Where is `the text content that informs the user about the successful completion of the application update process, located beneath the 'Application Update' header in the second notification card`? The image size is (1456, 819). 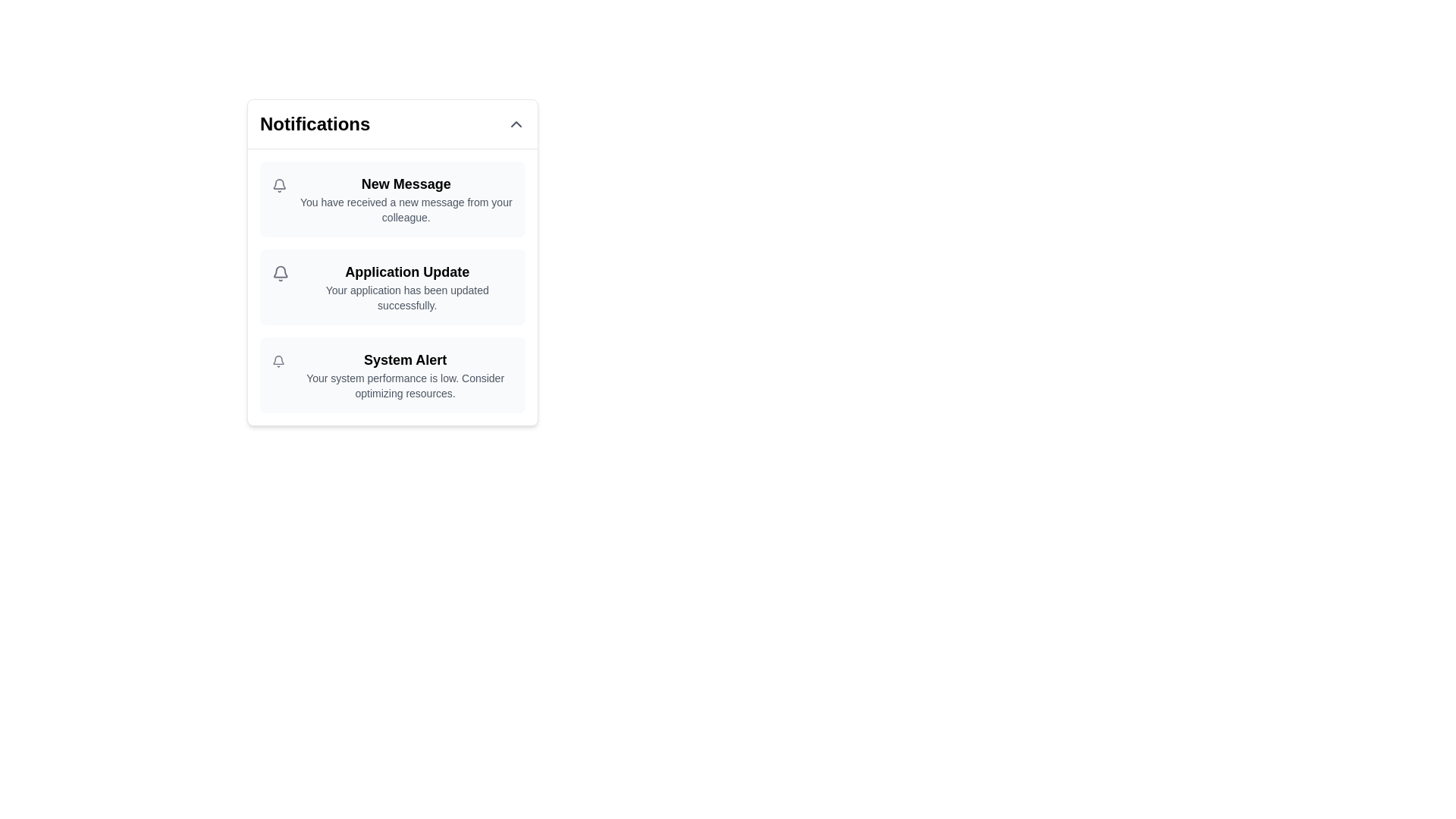 the text content that informs the user about the successful completion of the application update process, located beneath the 'Application Update' header in the second notification card is located at coordinates (407, 298).